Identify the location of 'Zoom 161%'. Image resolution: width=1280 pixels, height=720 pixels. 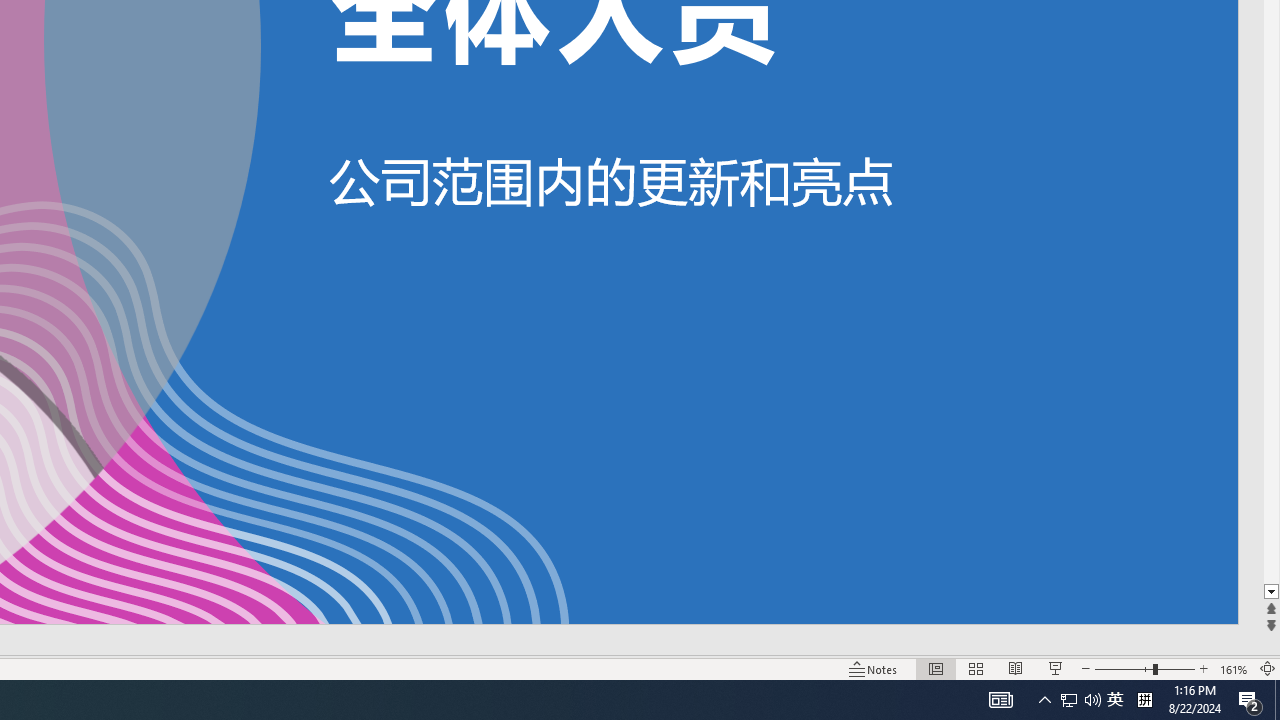
(1233, 669).